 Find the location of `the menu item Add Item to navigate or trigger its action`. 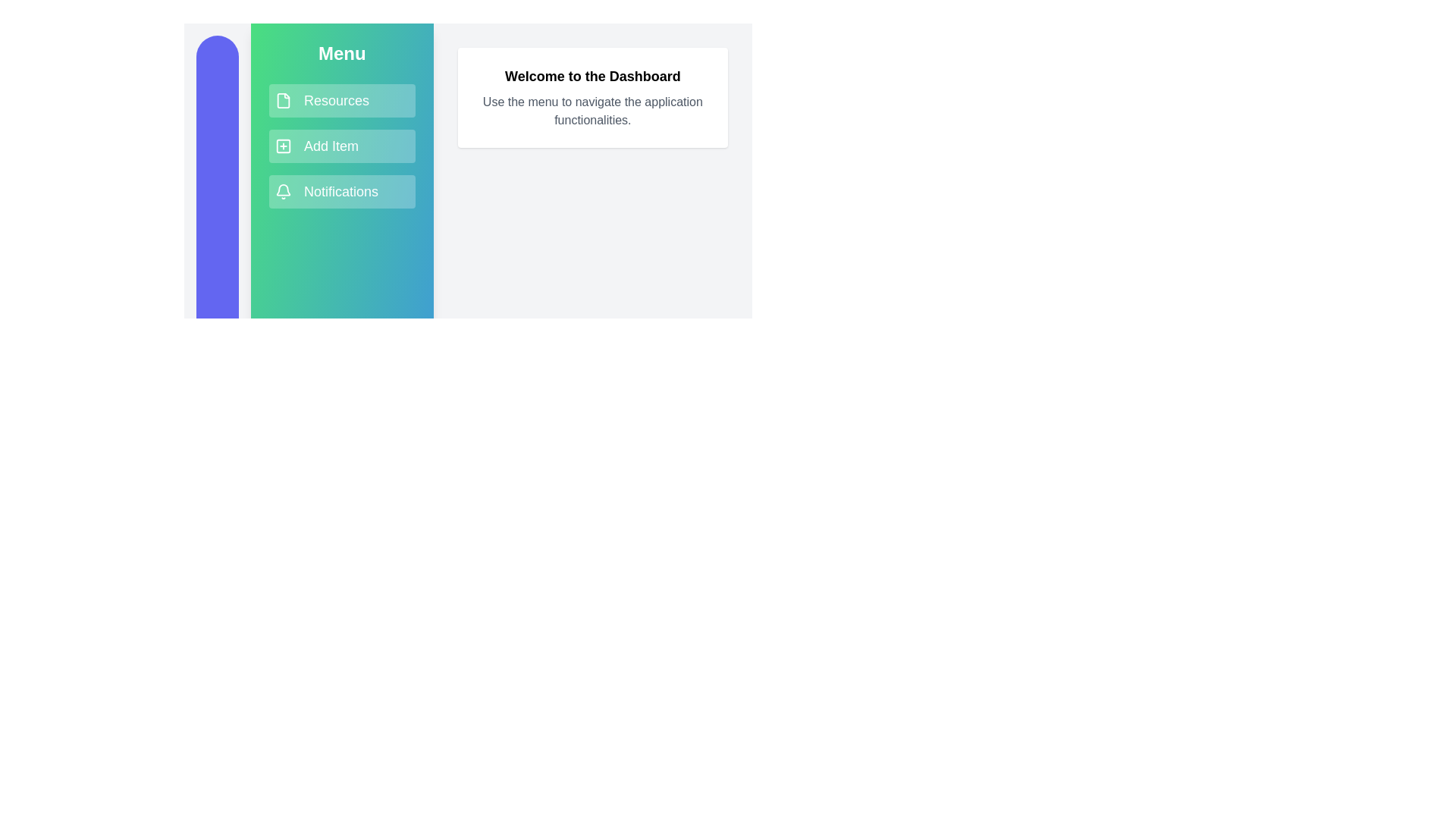

the menu item Add Item to navigate or trigger its action is located at coordinates (341, 146).